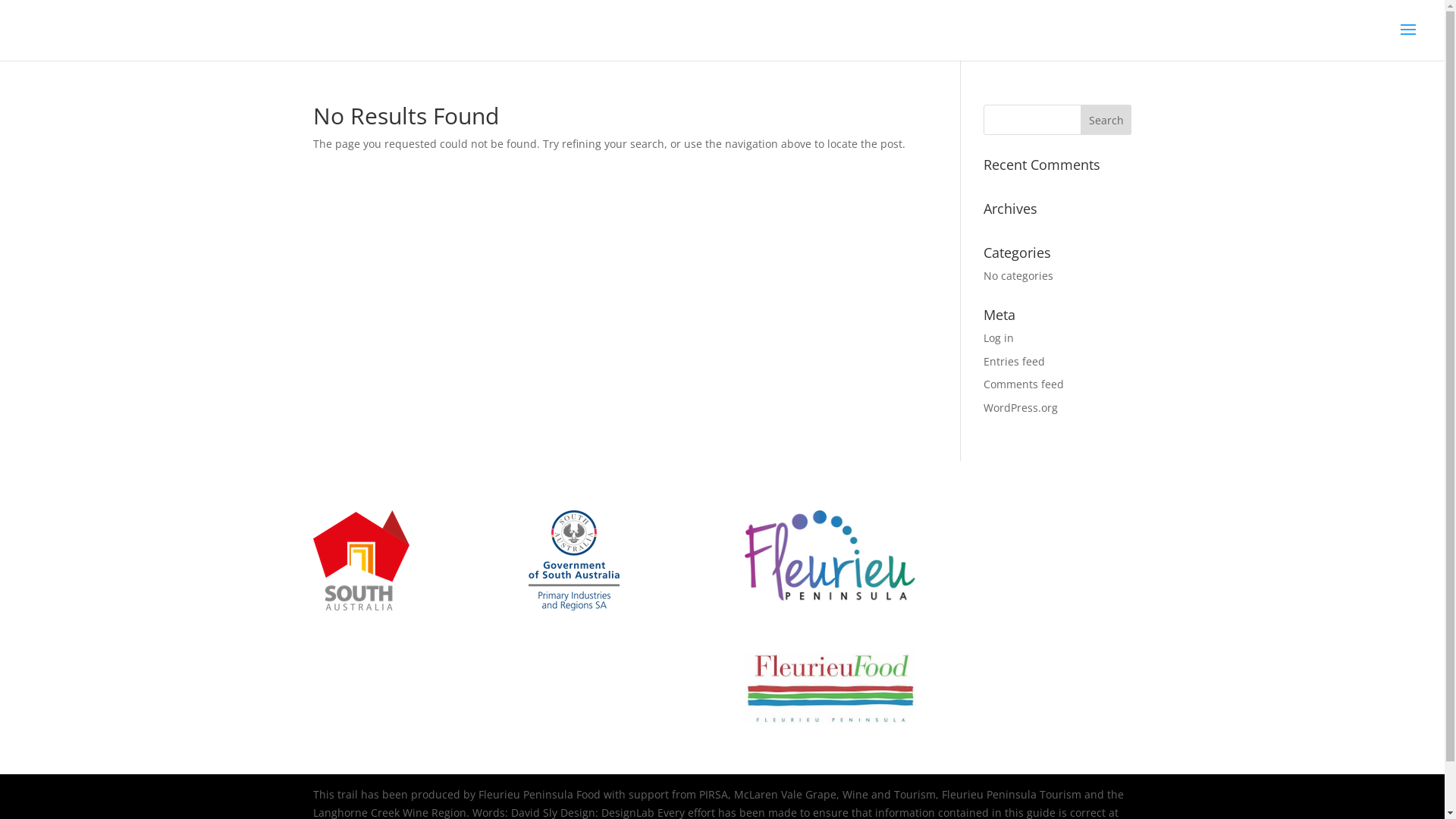  Describe the element at coordinates (1020, 406) in the screenshot. I see `'WordPress.org'` at that location.